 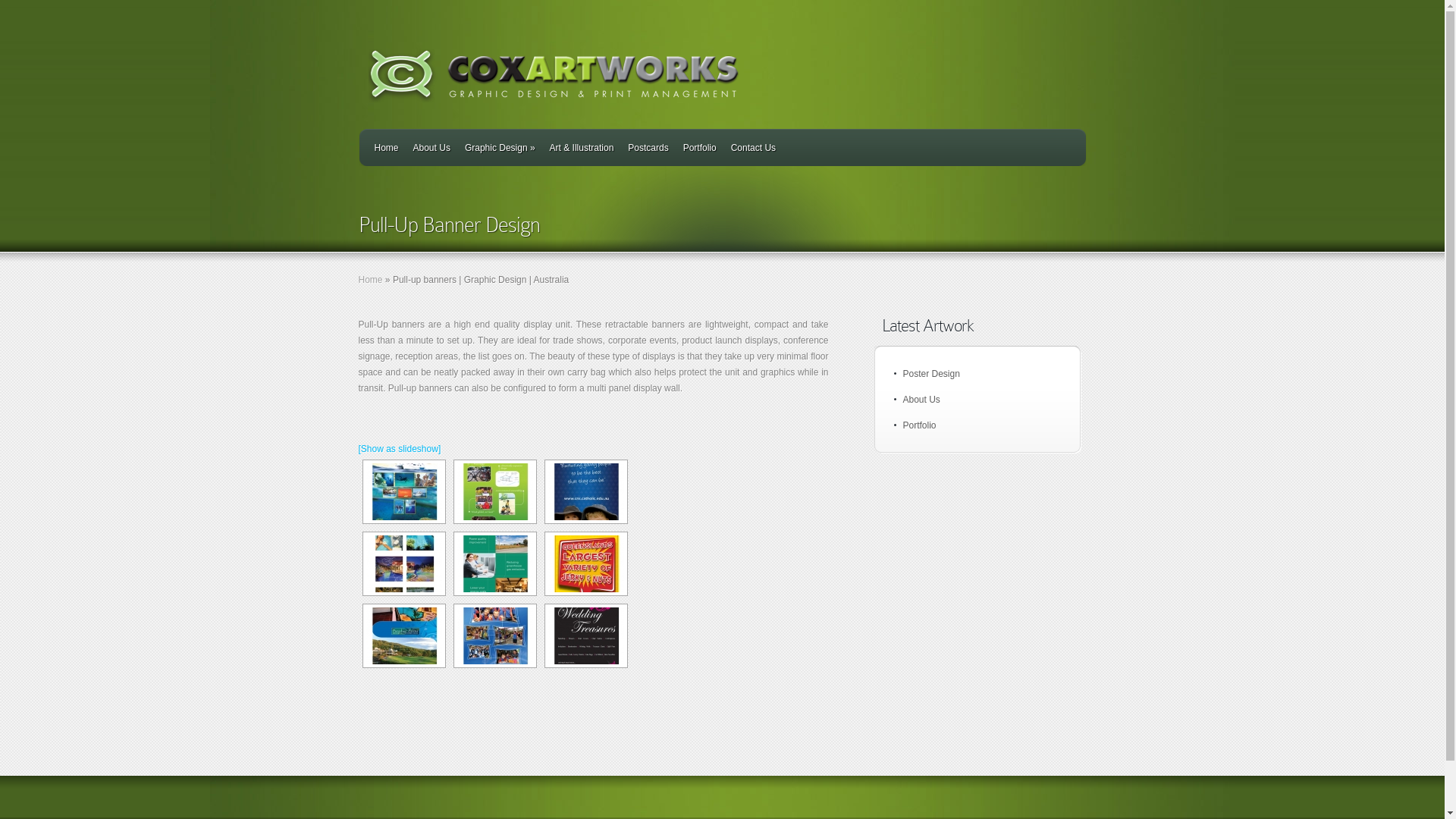 I want to click on 'Home', so click(x=375, y=148).